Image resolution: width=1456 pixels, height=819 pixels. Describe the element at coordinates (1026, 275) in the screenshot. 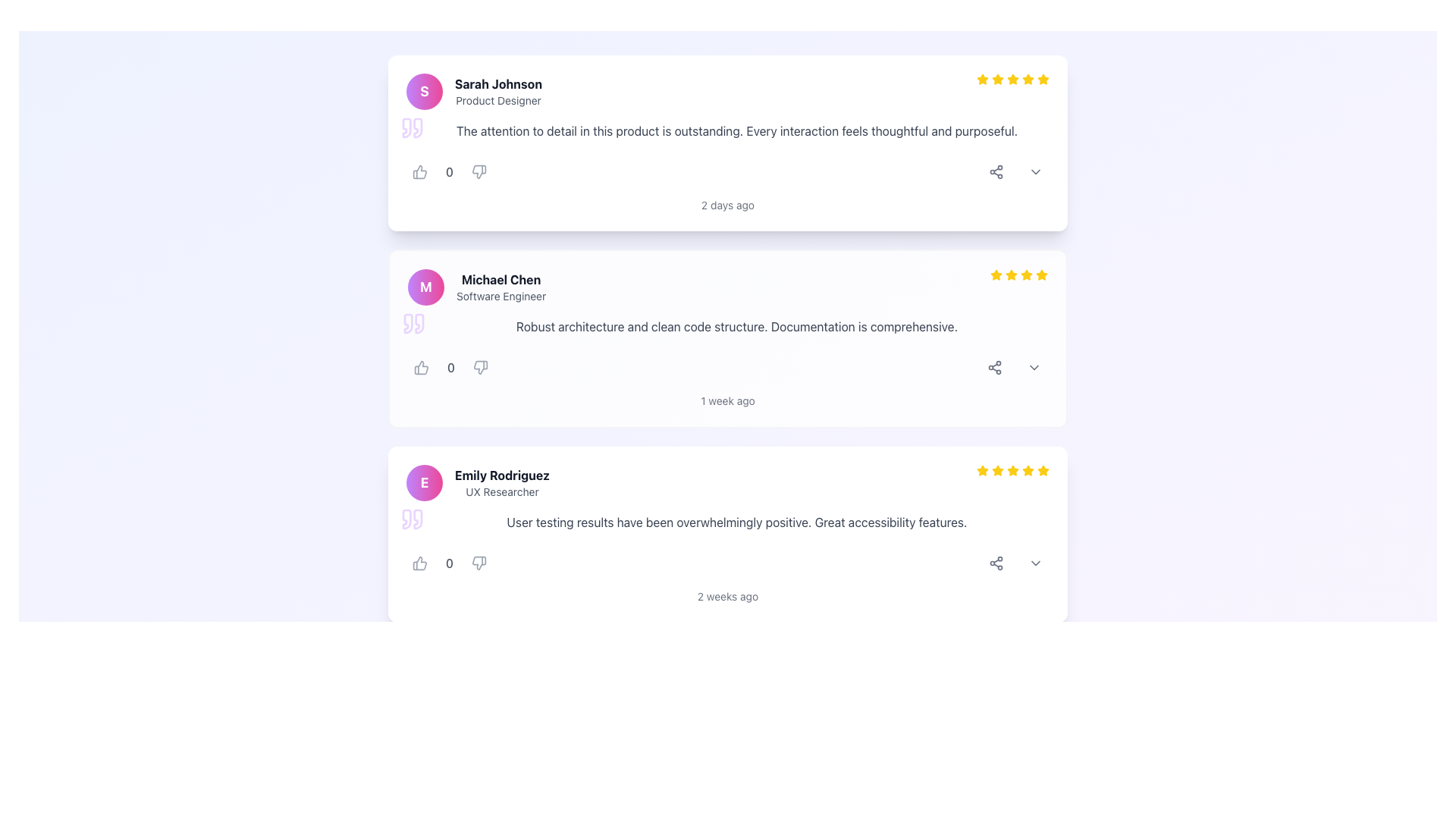

I see `the fourth star icon in the 5-star rating system located in the top-right corner of the user feedback card` at that location.